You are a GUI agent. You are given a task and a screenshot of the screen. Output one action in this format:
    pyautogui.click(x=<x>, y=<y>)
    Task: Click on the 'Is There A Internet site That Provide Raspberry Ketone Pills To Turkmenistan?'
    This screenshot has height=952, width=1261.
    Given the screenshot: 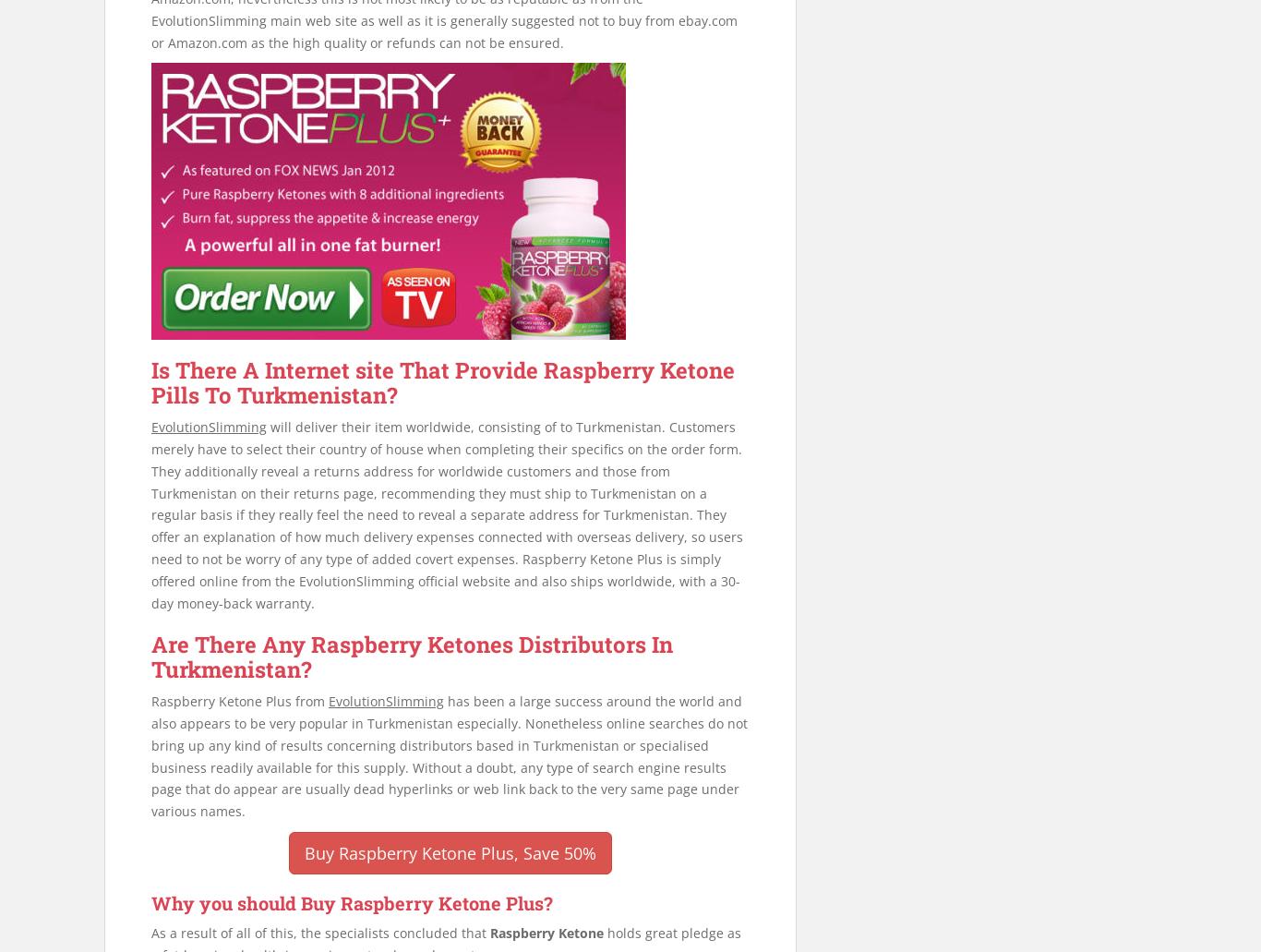 What is the action you would take?
    pyautogui.click(x=443, y=382)
    